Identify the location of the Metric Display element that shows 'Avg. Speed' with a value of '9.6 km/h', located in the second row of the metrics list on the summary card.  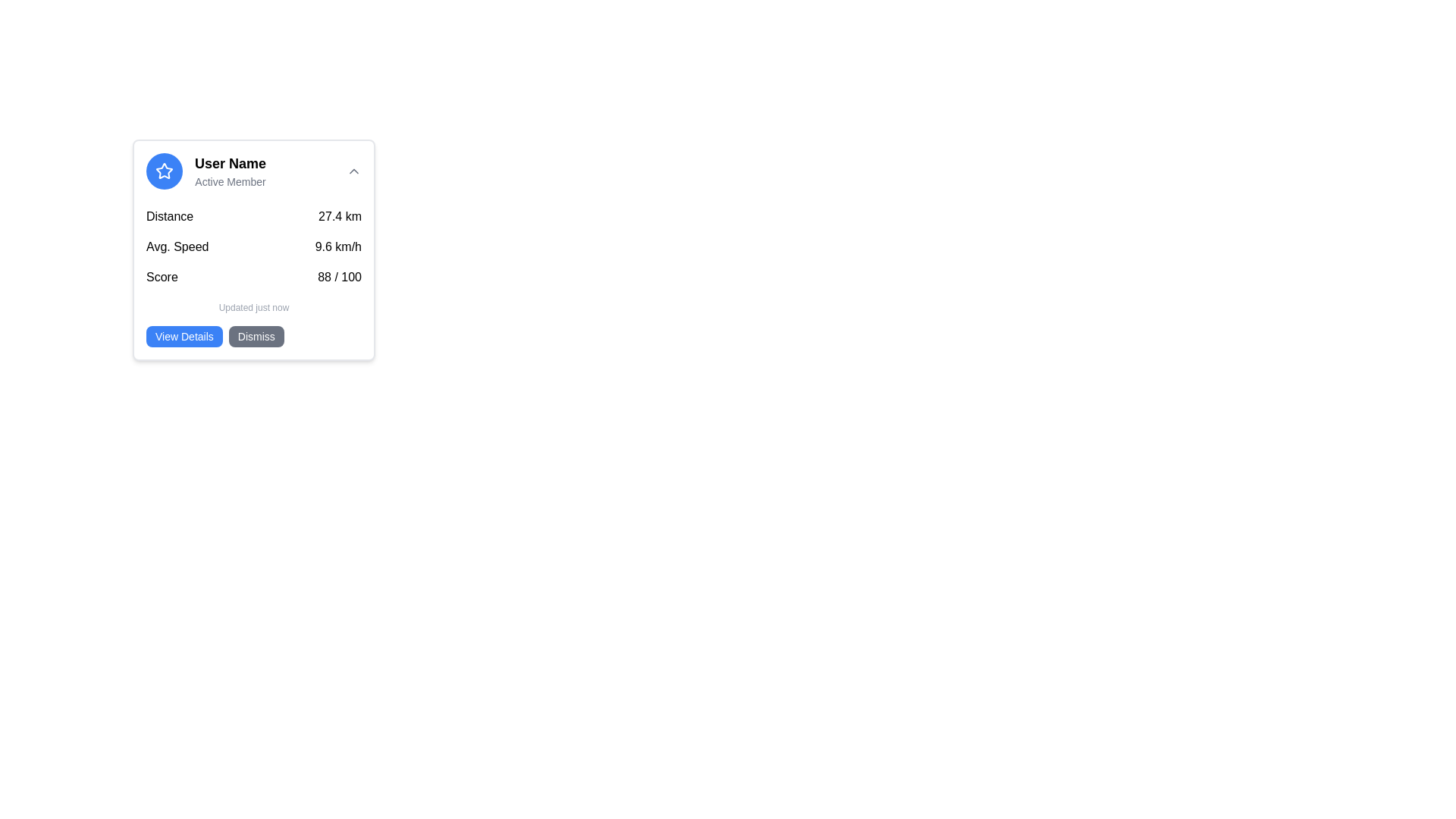
(254, 246).